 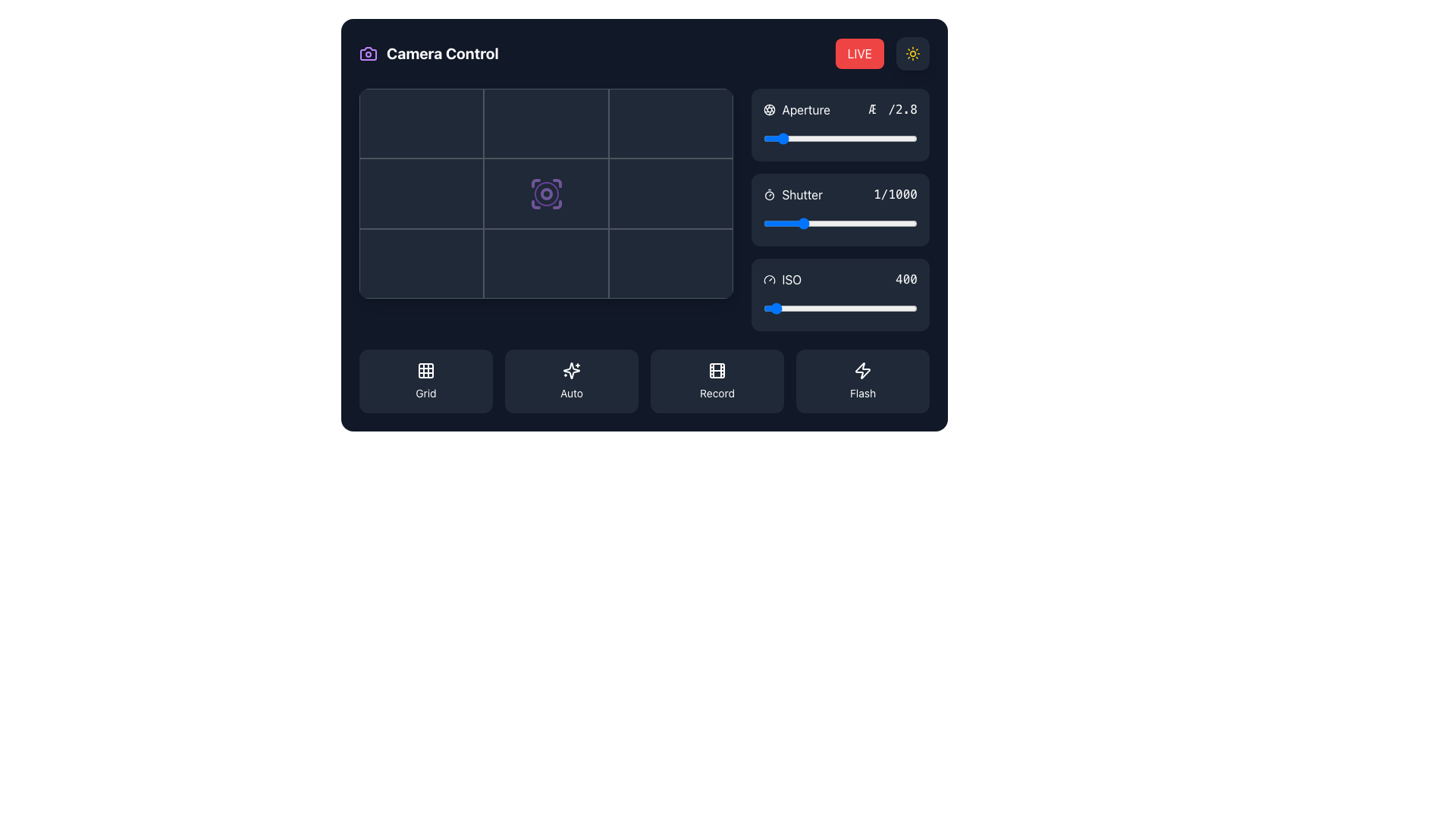 What do you see at coordinates (716, 393) in the screenshot?
I see `the text label that indicates the Record feature, located at the bottom of a grid-based control layout and part of the third button from the left in a row of four buttons` at bounding box center [716, 393].